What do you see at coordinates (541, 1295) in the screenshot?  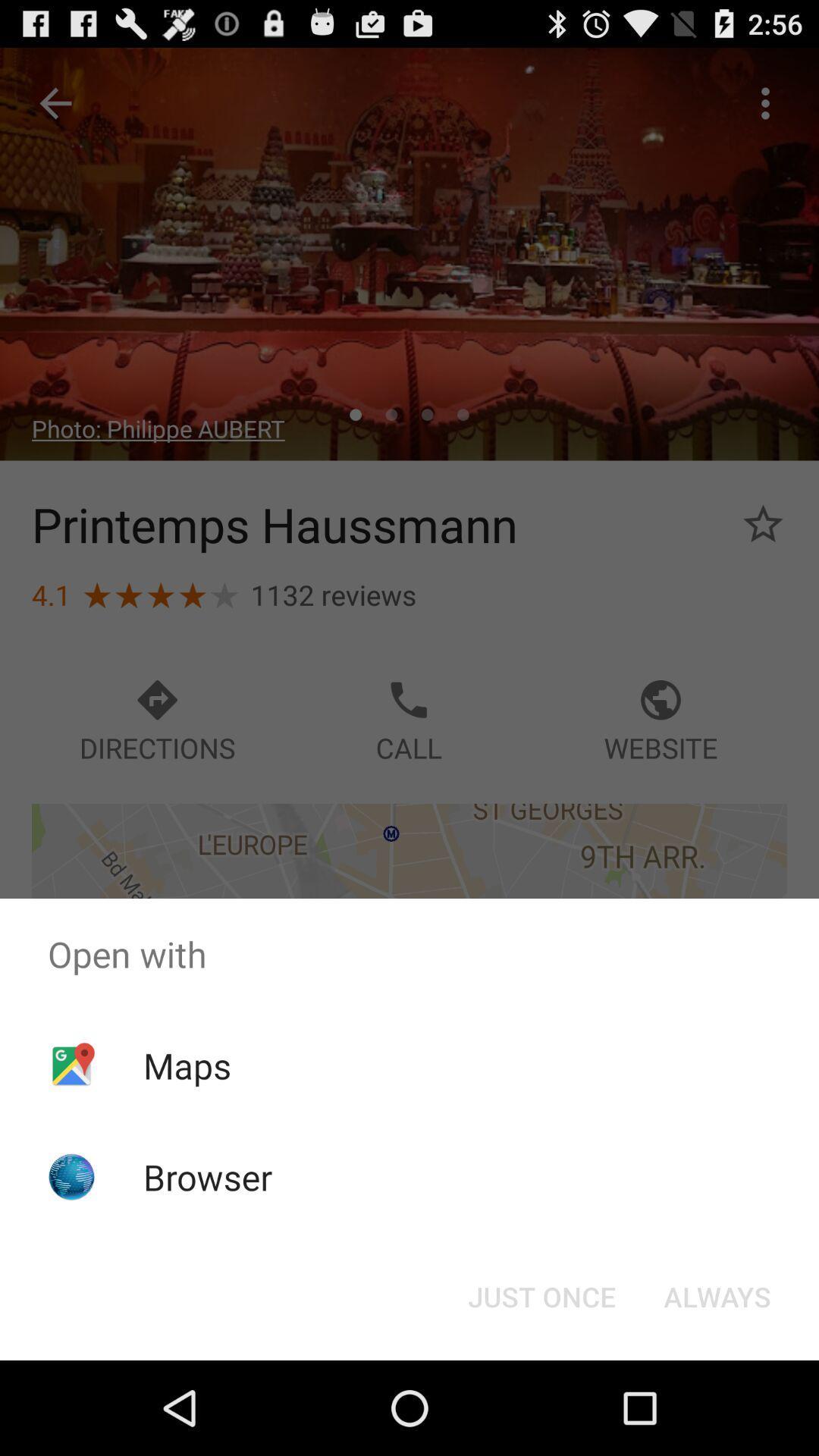 I see `the just once at the bottom` at bounding box center [541, 1295].